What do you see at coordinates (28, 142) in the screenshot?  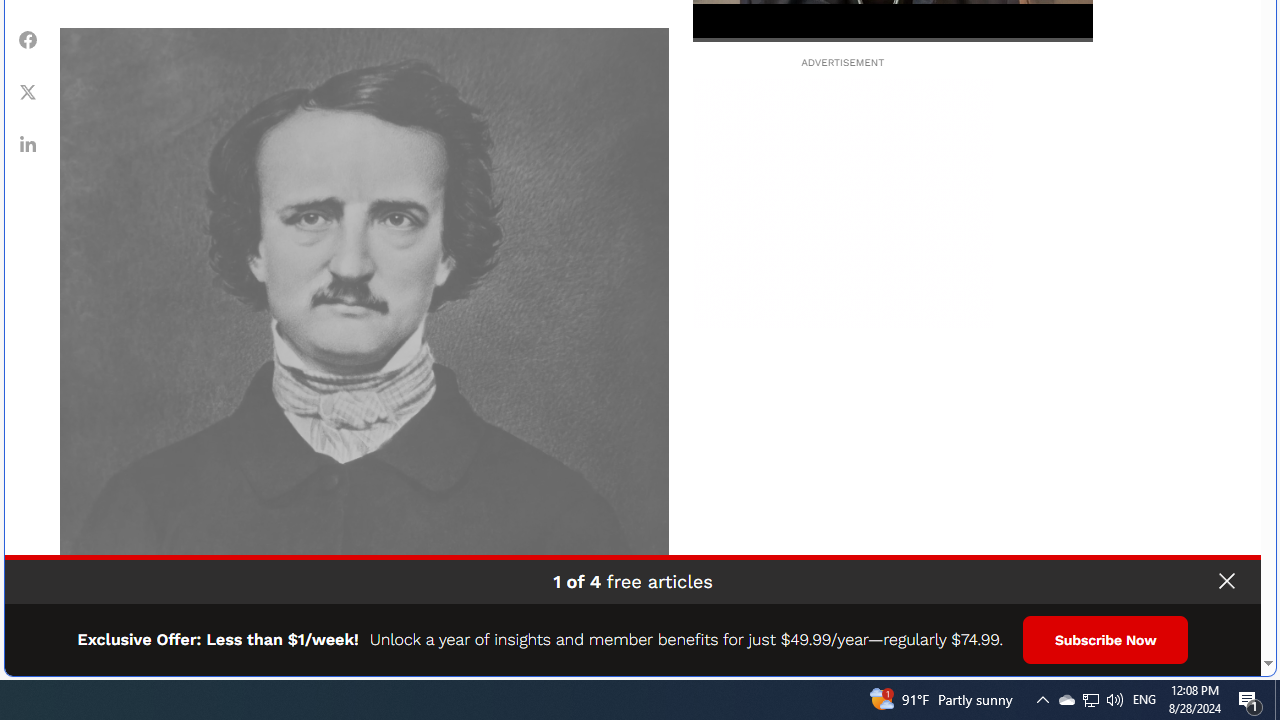 I see `'Share Linkedin'` at bounding box center [28, 142].